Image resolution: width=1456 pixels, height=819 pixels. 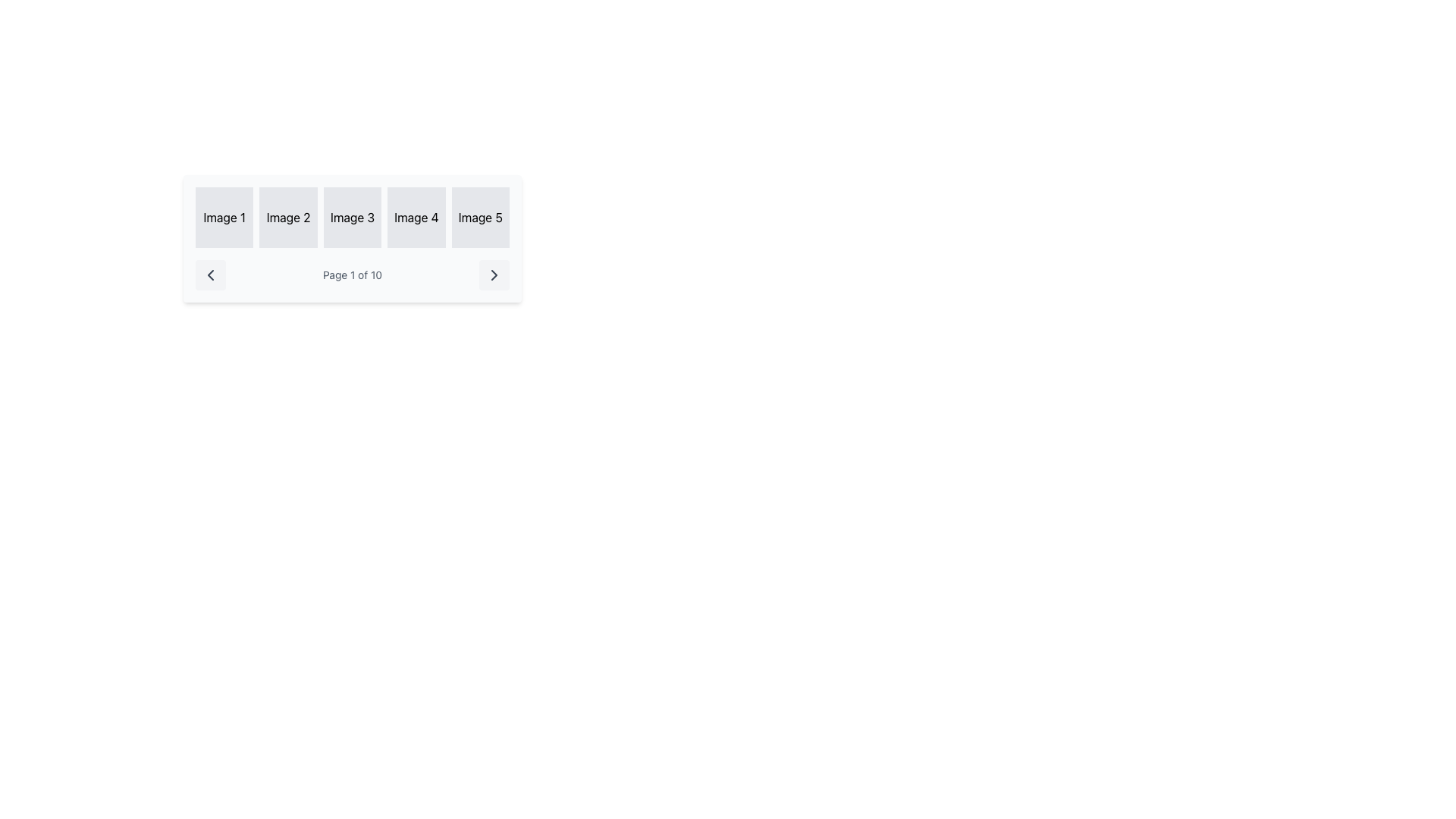 What do you see at coordinates (494, 275) in the screenshot?
I see `the right arrow navigation icon located on the far right side of the pagination control interface` at bounding box center [494, 275].